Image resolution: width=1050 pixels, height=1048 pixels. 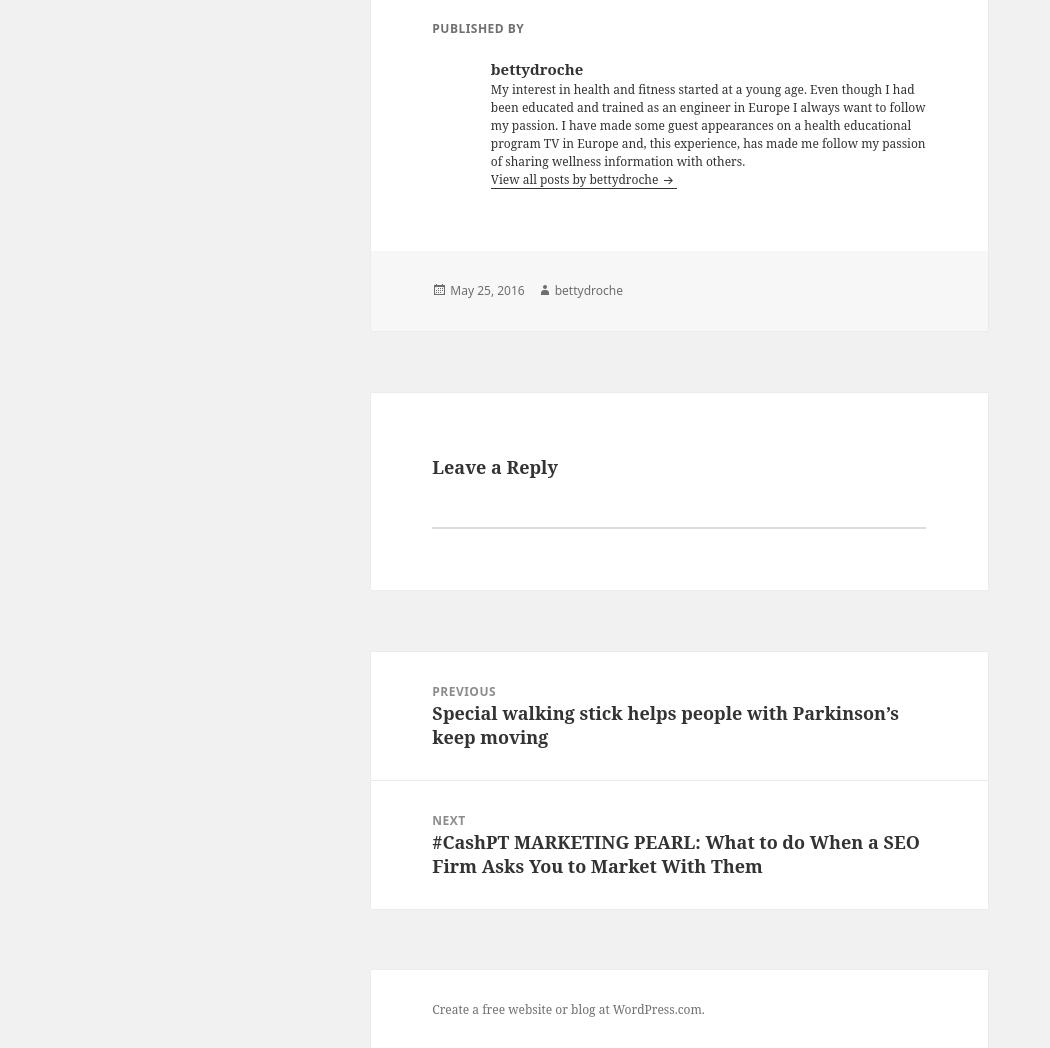 What do you see at coordinates (463, 690) in the screenshot?
I see `'Previous'` at bounding box center [463, 690].